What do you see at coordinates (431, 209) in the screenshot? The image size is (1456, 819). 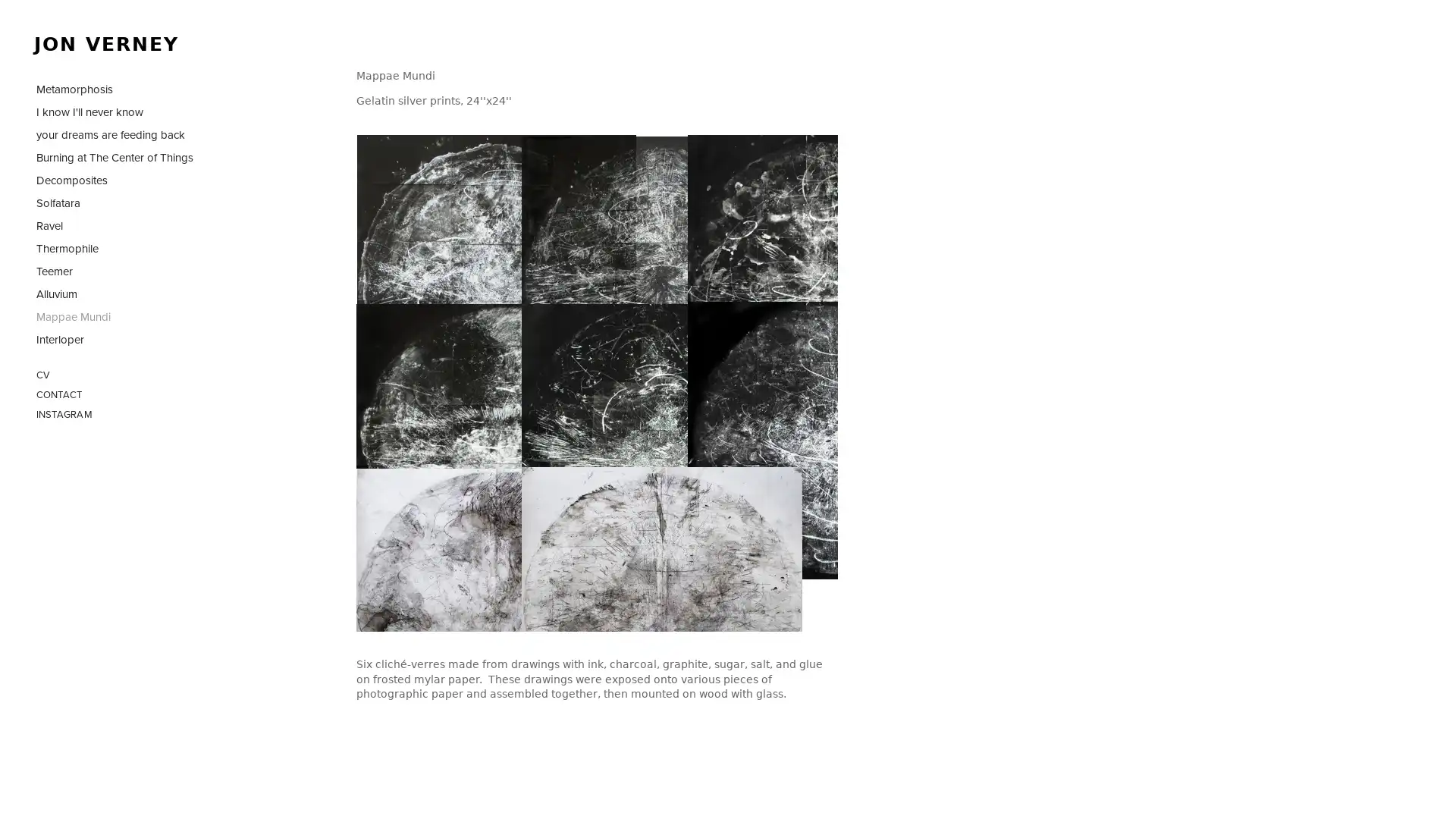 I see `View fullsize mundi8.jpg` at bounding box center [431, 209].